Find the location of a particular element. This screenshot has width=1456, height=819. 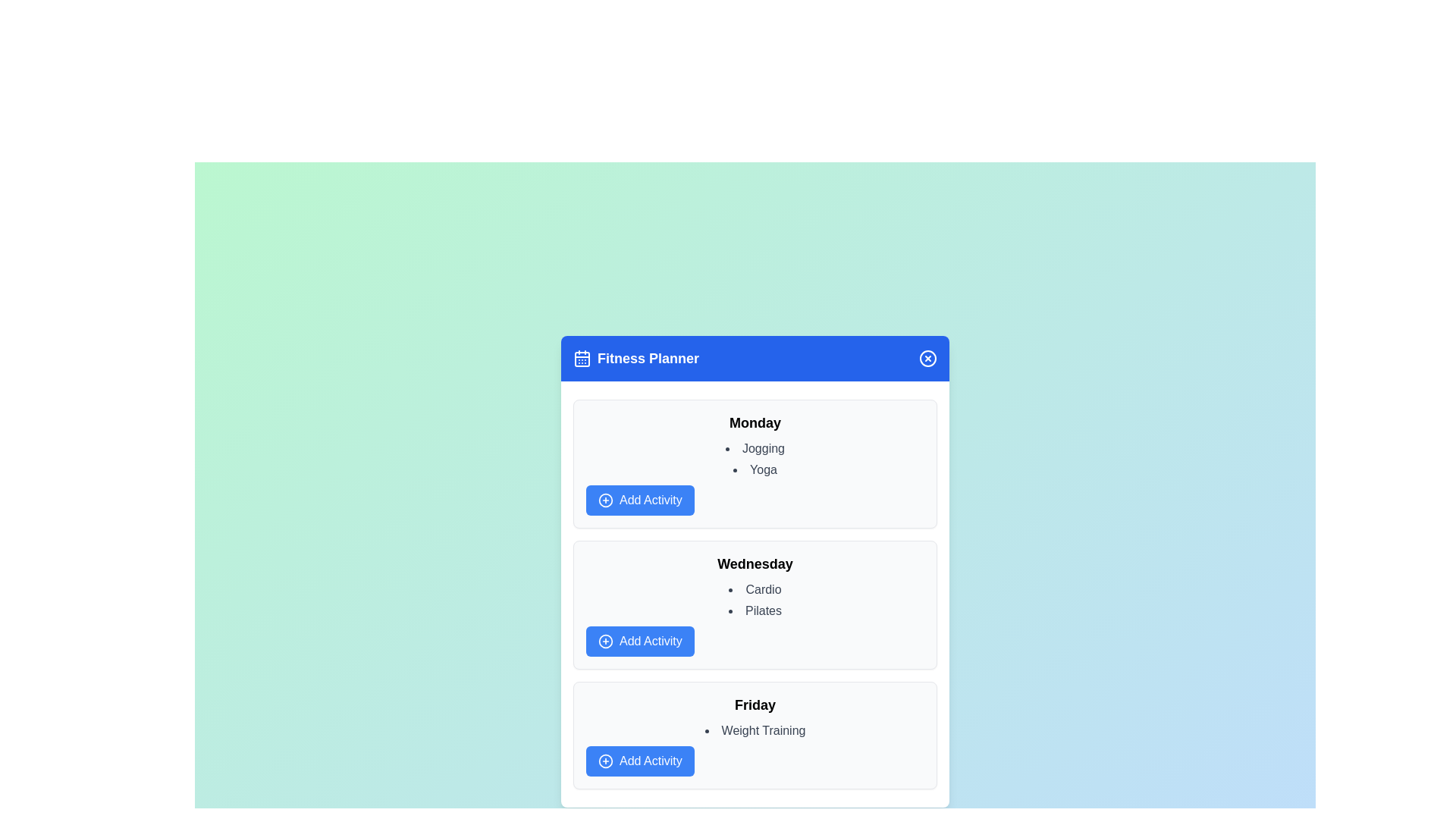

the 'Add Activity' button for Friday is located at coordinates (640, 761).